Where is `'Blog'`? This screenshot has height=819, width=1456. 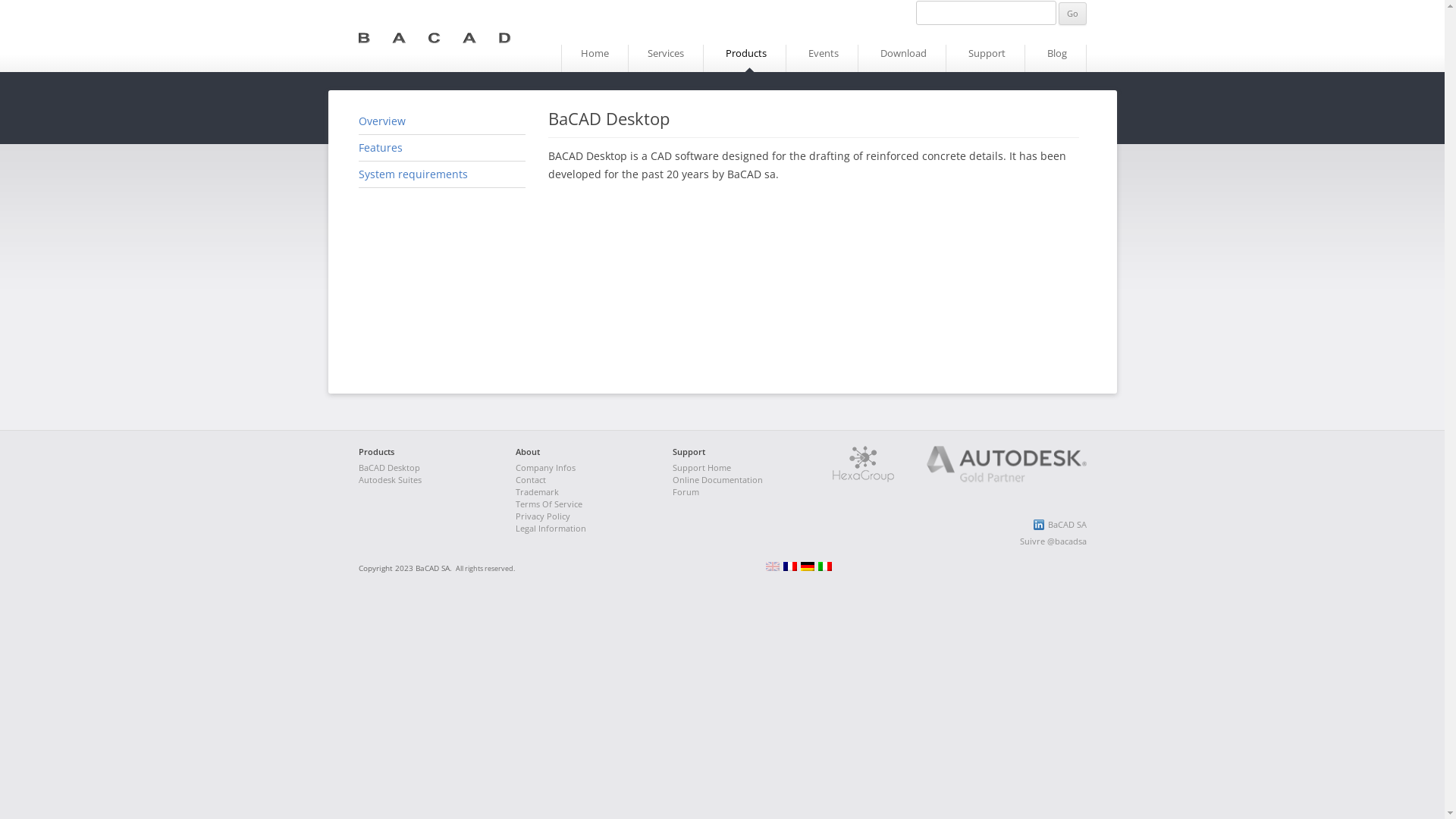 'Blog' is located at coordinates (1056, 58).